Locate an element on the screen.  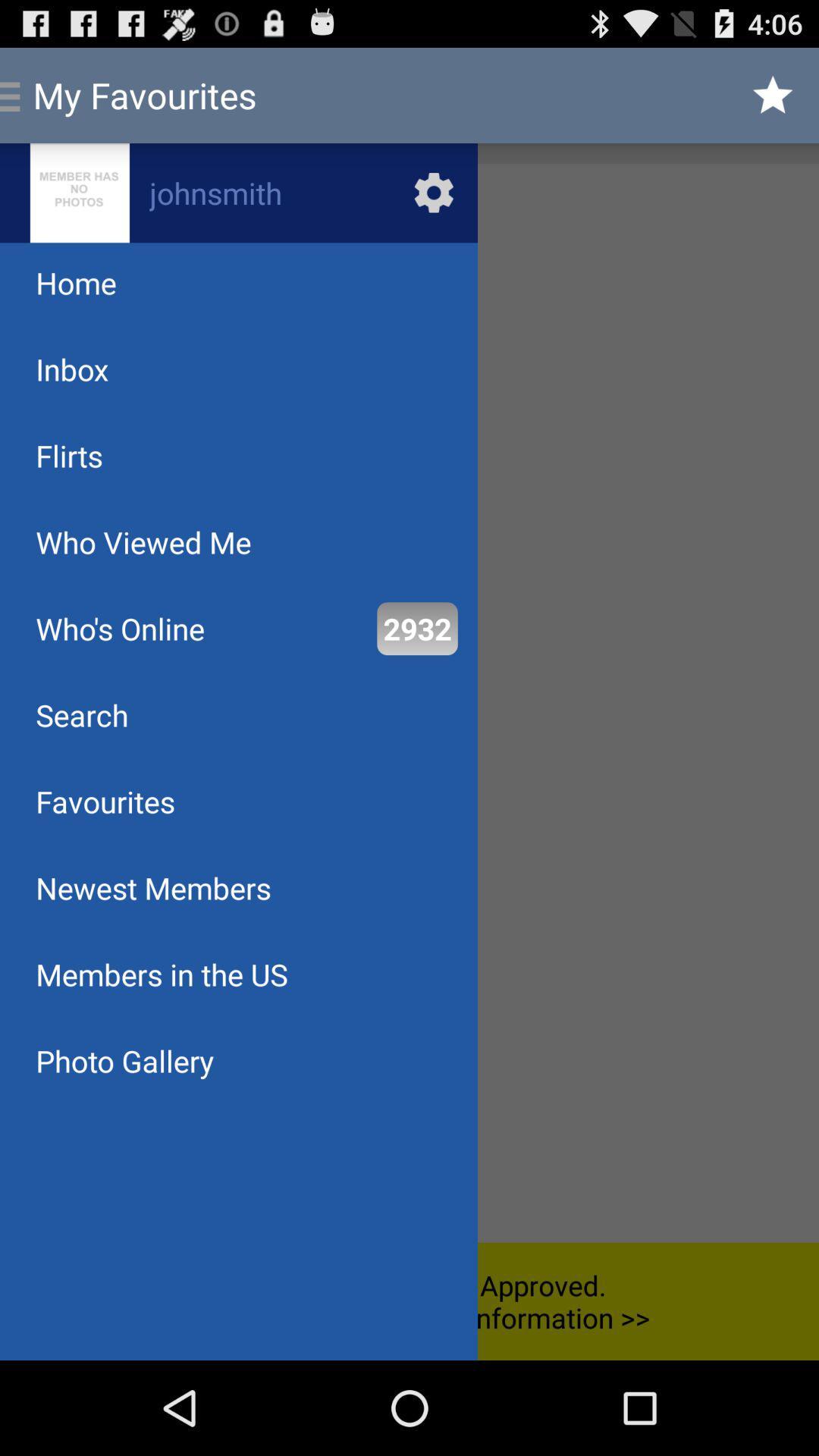
the item below members in the icon is located at coordinates (124, 1060).